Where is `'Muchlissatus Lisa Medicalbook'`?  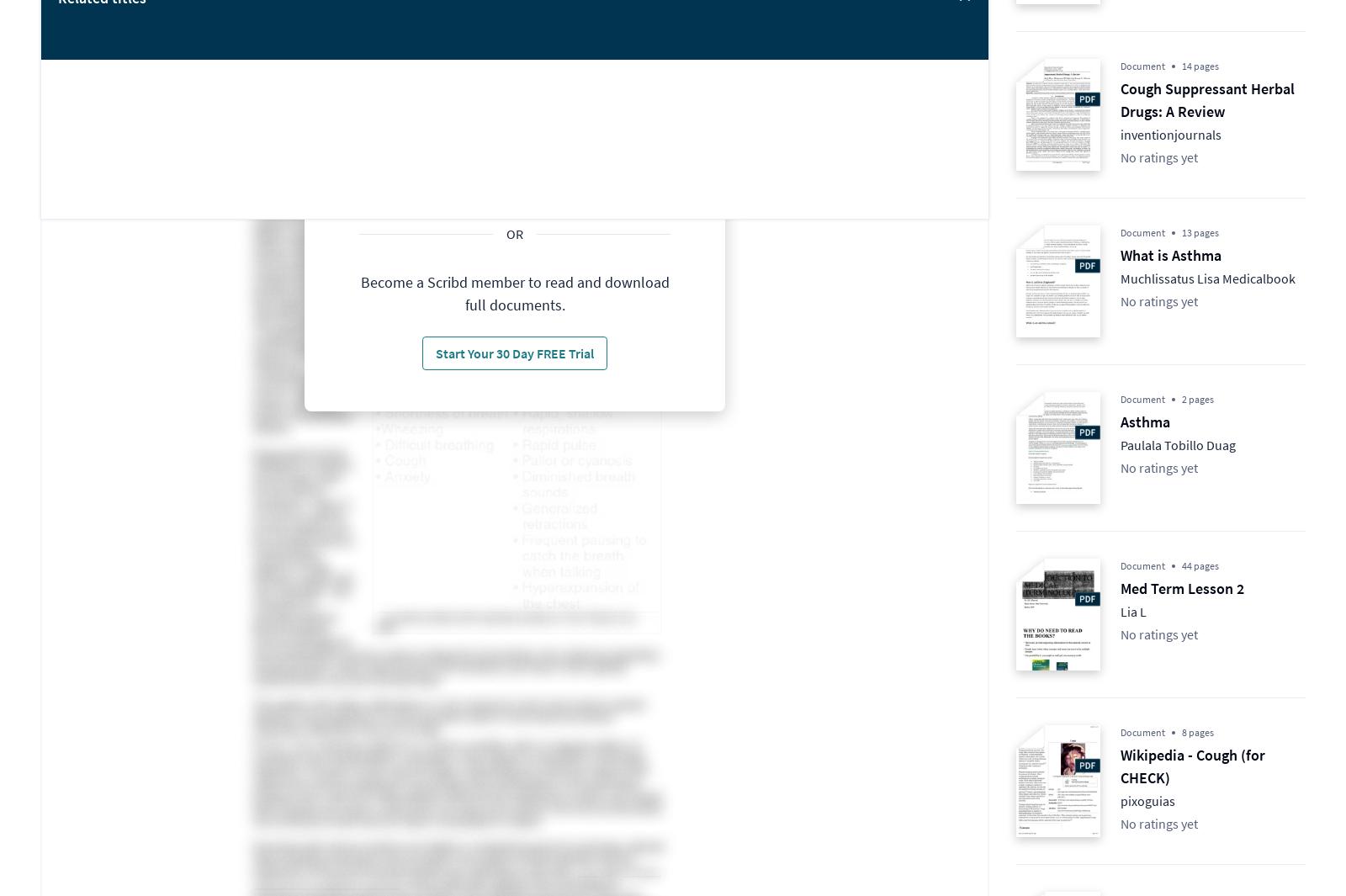
'Muchlissatus Lisa Medicalbook' is located at coordinates (1208, 278).